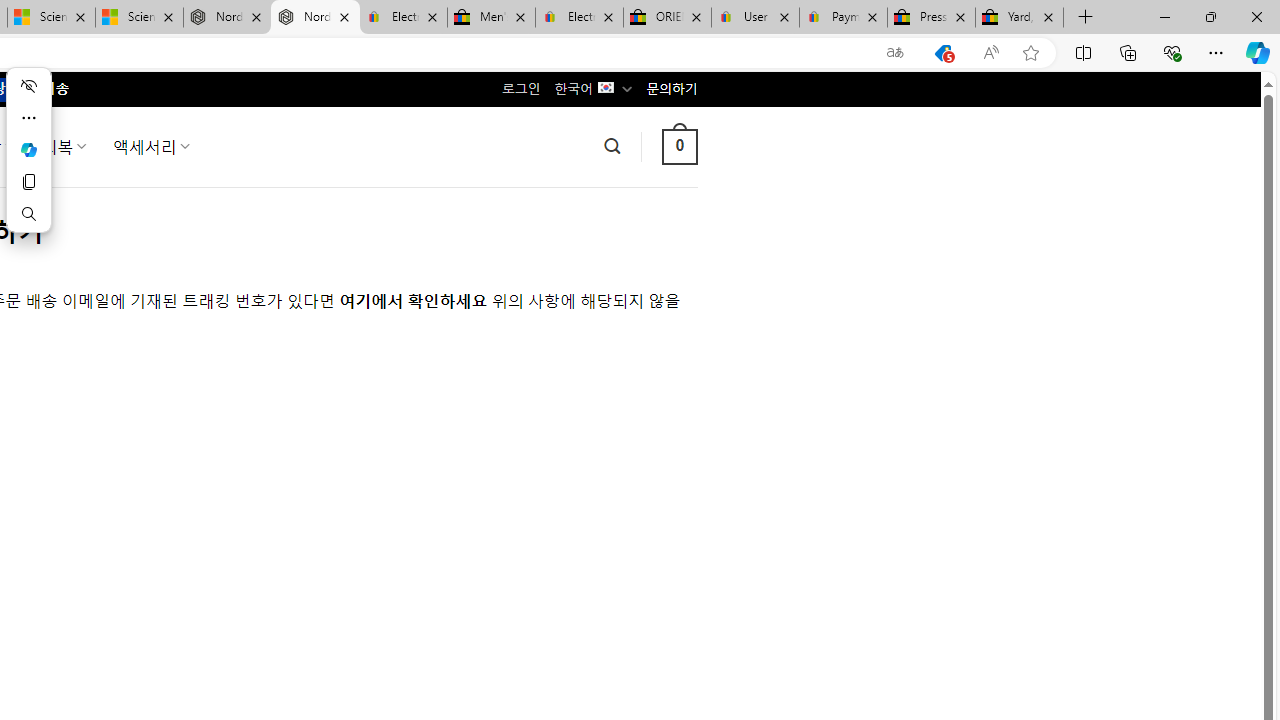 The height and width of the screenshot is (720, 1280). What do you see at coordinates (28, 85) in the screenshot?
I see `'Hide menu'` at bounding box center [28, 85].